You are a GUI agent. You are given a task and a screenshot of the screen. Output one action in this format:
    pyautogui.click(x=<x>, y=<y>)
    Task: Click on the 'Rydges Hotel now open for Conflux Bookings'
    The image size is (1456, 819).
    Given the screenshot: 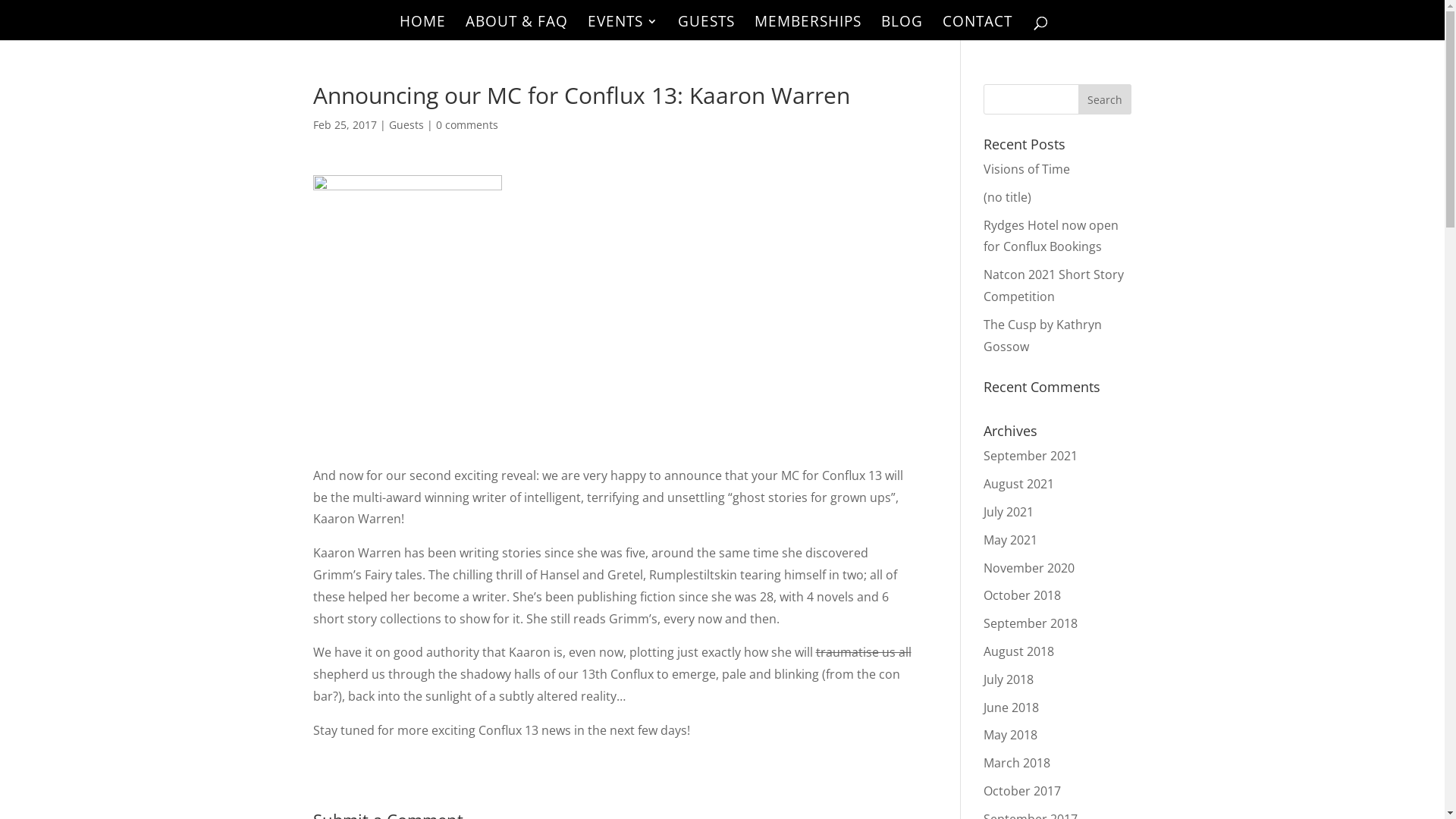 What is the action you would take?
    pyautogui.click(x=1050, y=236)
    